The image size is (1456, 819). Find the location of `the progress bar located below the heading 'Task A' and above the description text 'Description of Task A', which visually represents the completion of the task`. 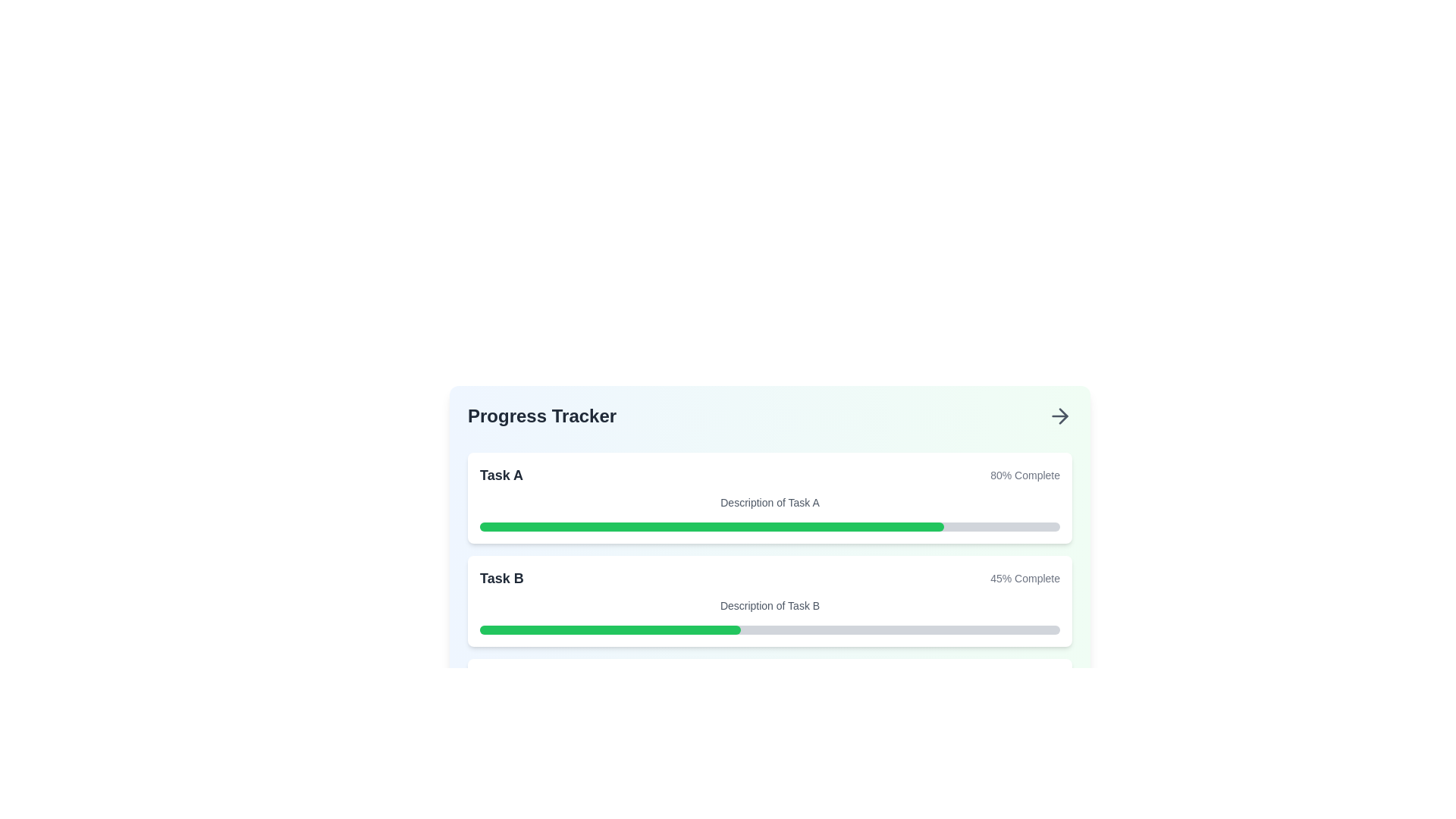

the progress bar located below the heading 'Task A' and above the description text 'Description of Task A', which visually represents the completion of the task is located at coordinates (711, 526).